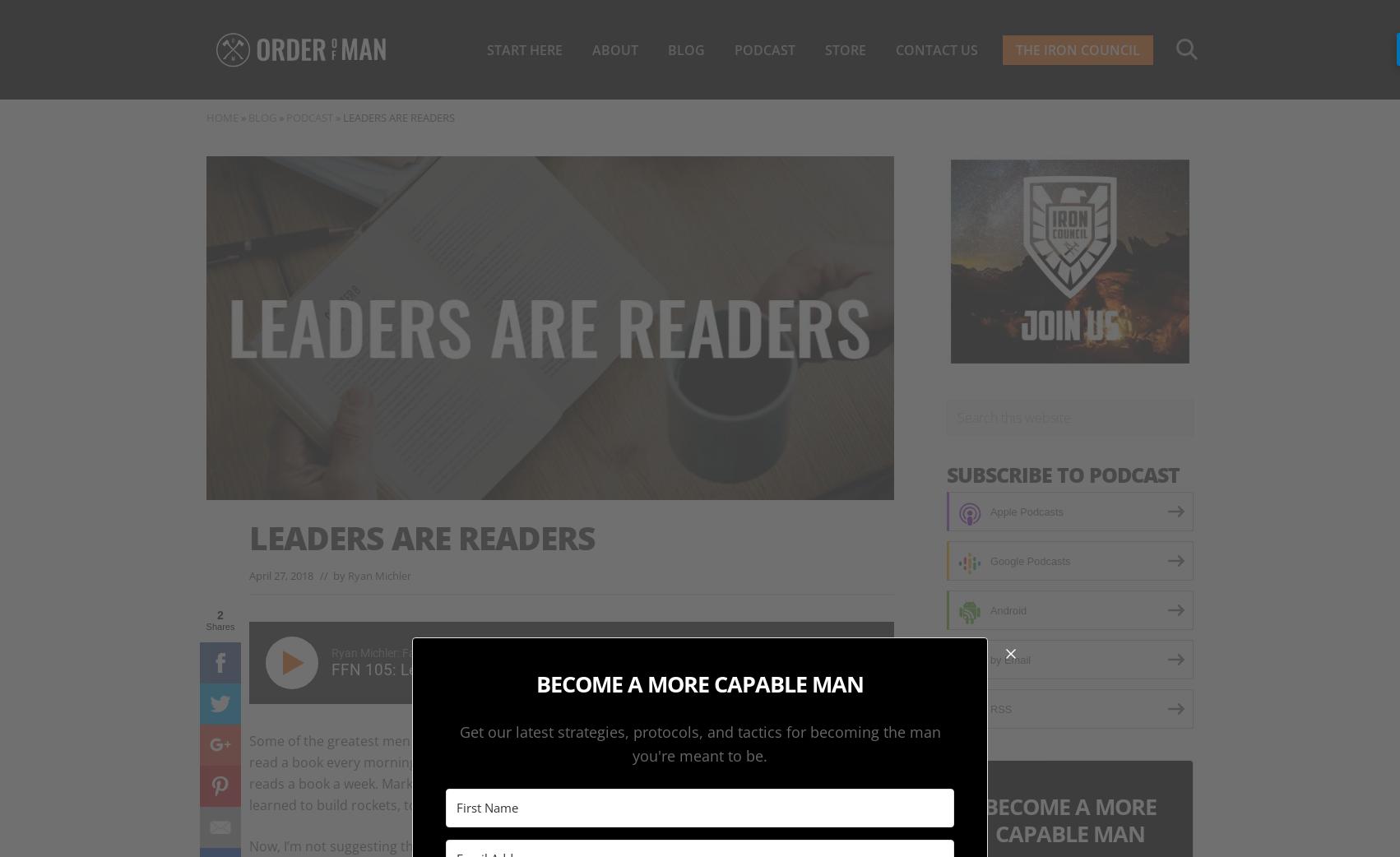 Image resolution: width=1400 pixels, height=857 pixels. Describe the element at coordinates (845, 49) in the screenshot. I see `'Store'` at that location.